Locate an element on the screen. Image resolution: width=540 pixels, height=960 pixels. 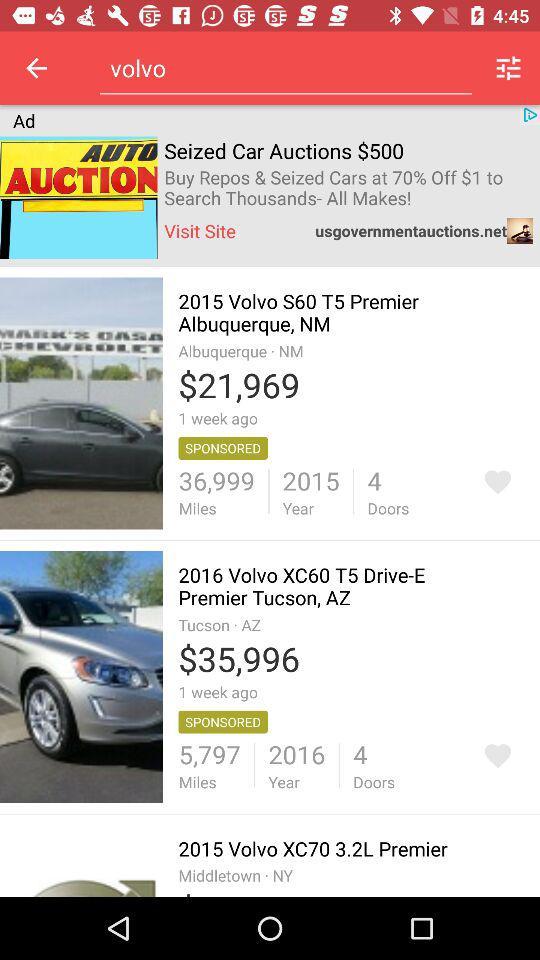
item below the seized car auctions icon is located at coordinates (347, 188).